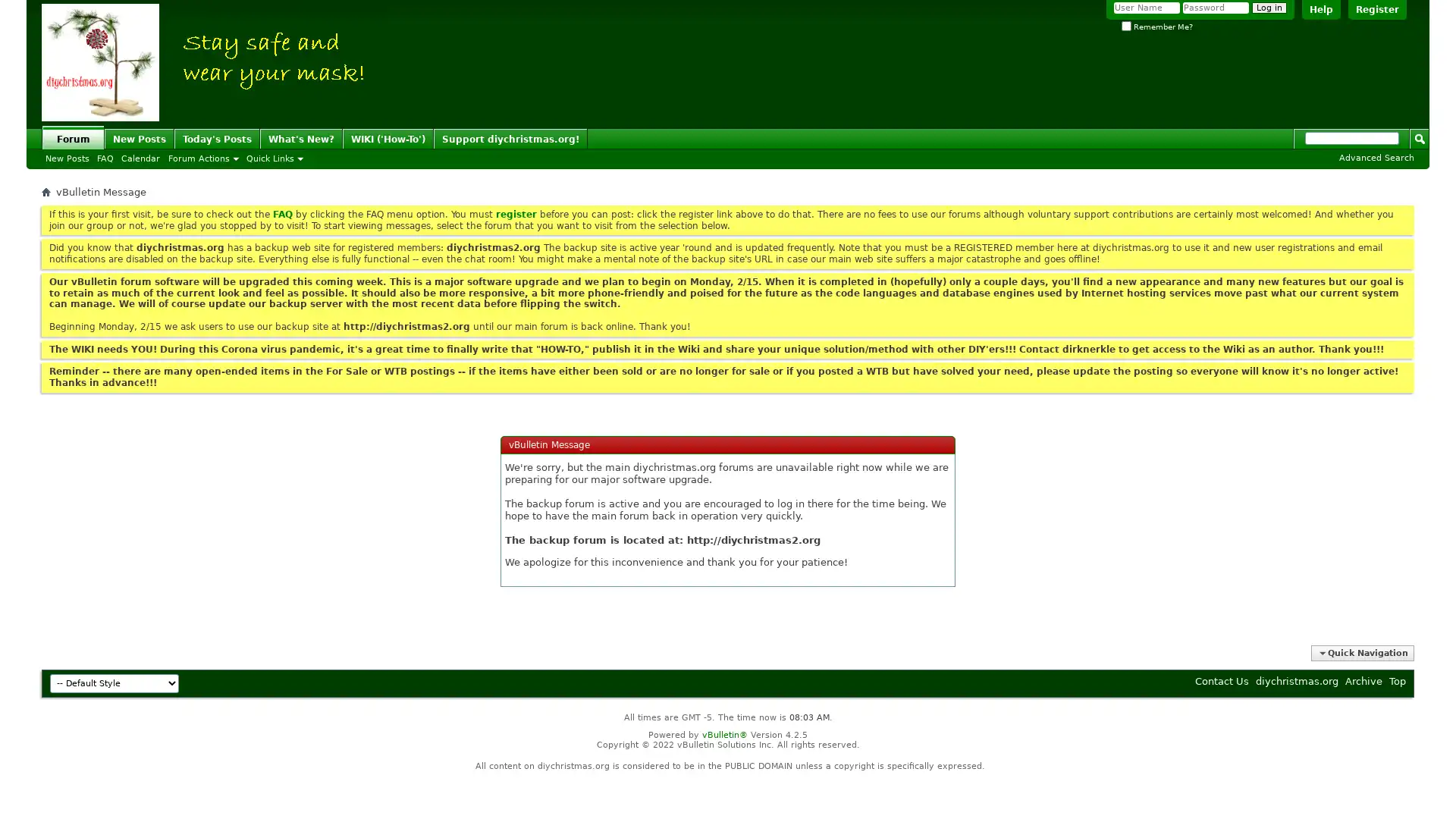  Describe the element at coordinates (1419, 137) in the screenshot. I see `Submit` at that location.